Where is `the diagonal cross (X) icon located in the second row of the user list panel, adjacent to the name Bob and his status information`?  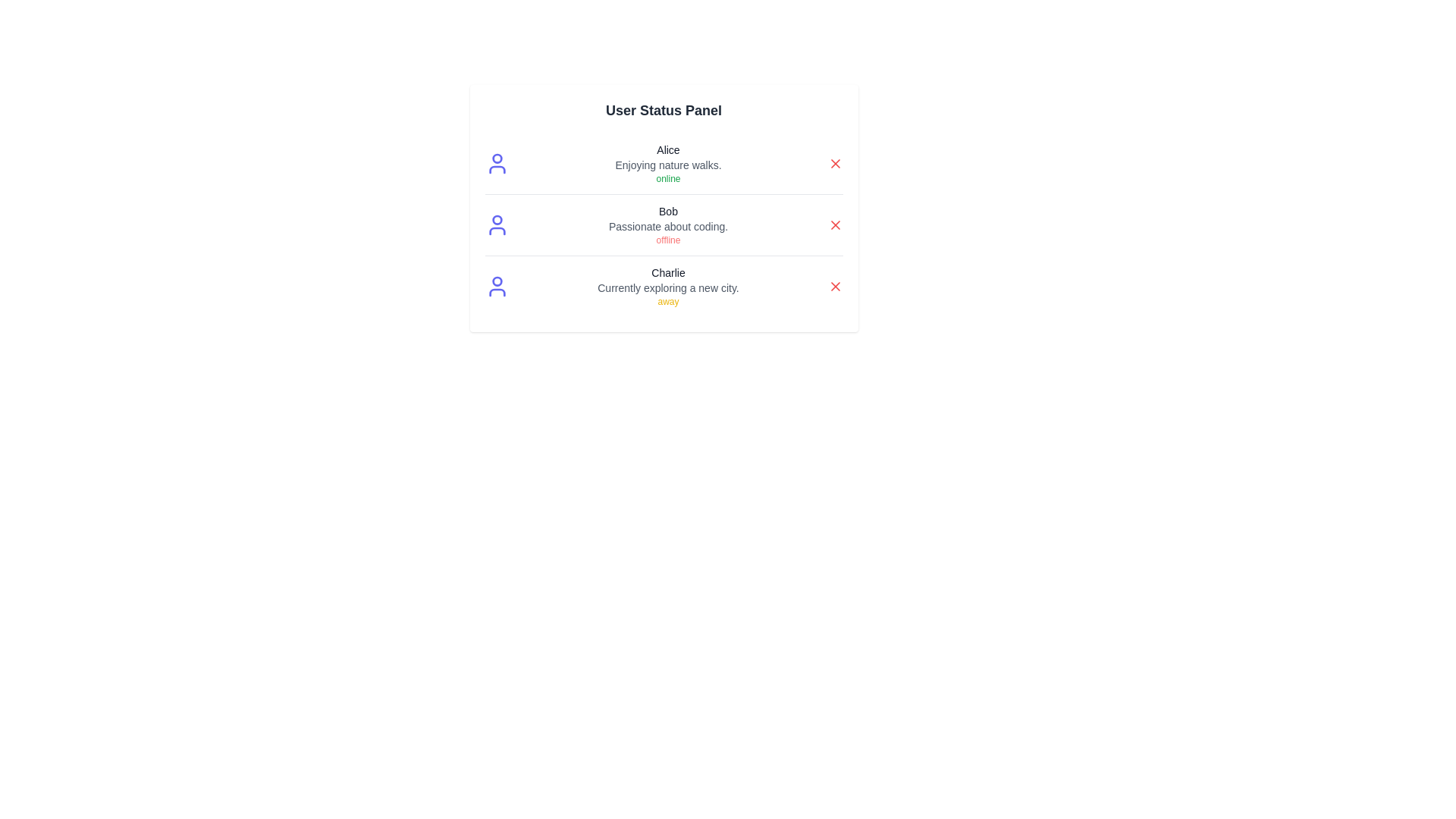
the diagonal cross (X) icon located in the second row of the user list panel, adjacent to the name Bob and his status information is located at coordinates (834, 225).